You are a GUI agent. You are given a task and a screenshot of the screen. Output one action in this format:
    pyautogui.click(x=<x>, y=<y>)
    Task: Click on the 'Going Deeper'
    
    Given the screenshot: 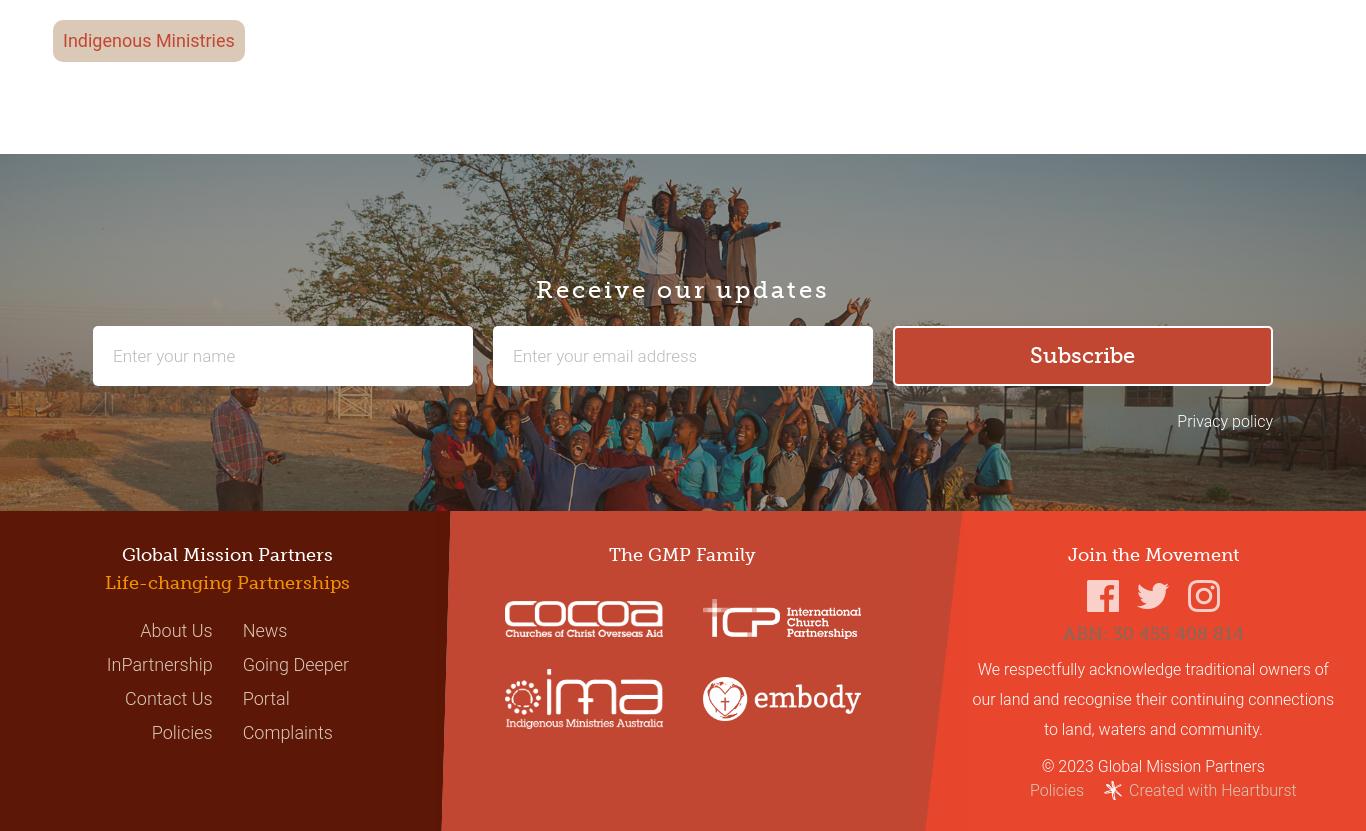 What is the action you would take?
    pyautogui.click(x=295, y=664)
    